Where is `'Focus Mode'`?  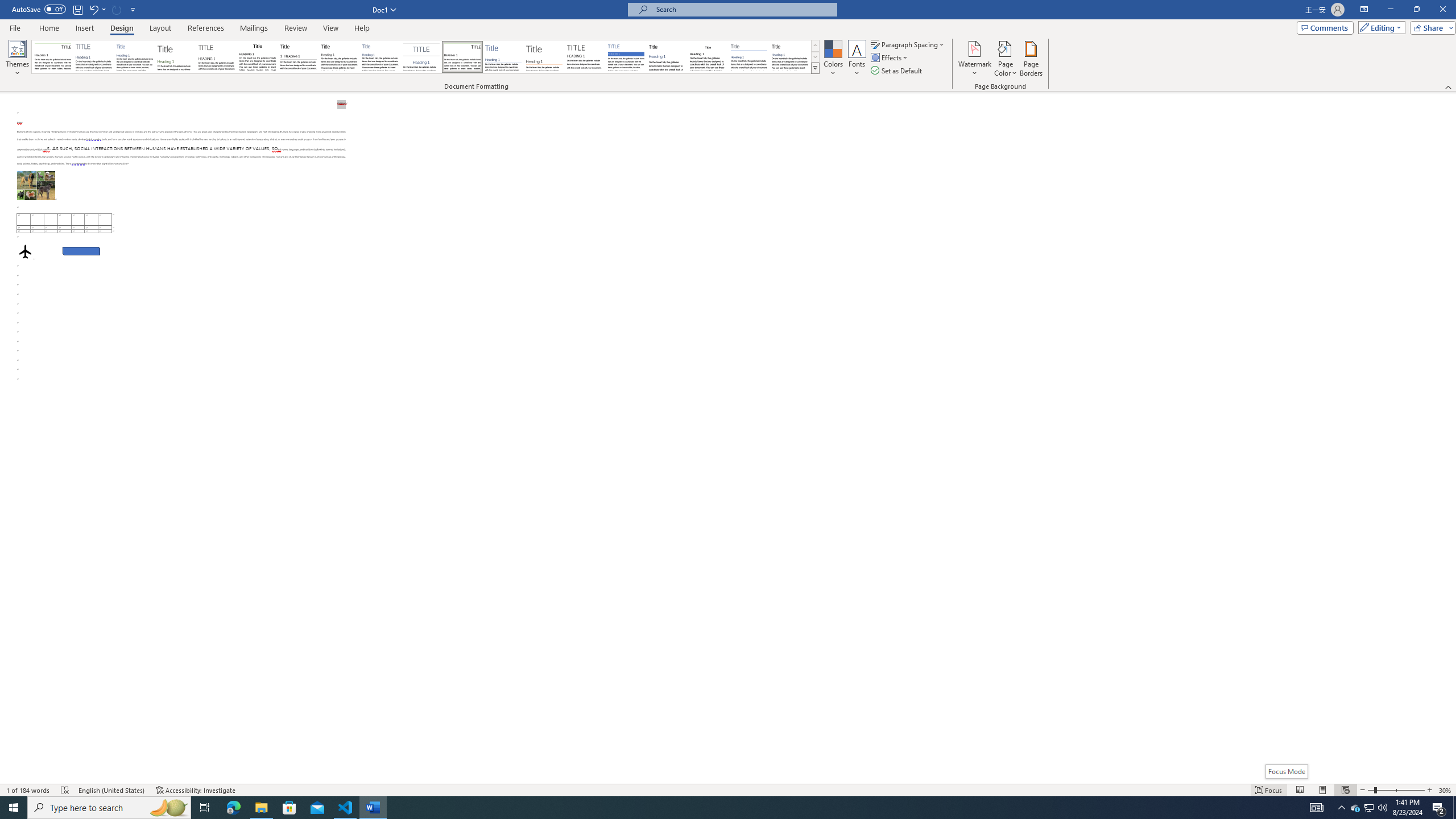
'Focus Mode' is located at coordinates (1286, 771).